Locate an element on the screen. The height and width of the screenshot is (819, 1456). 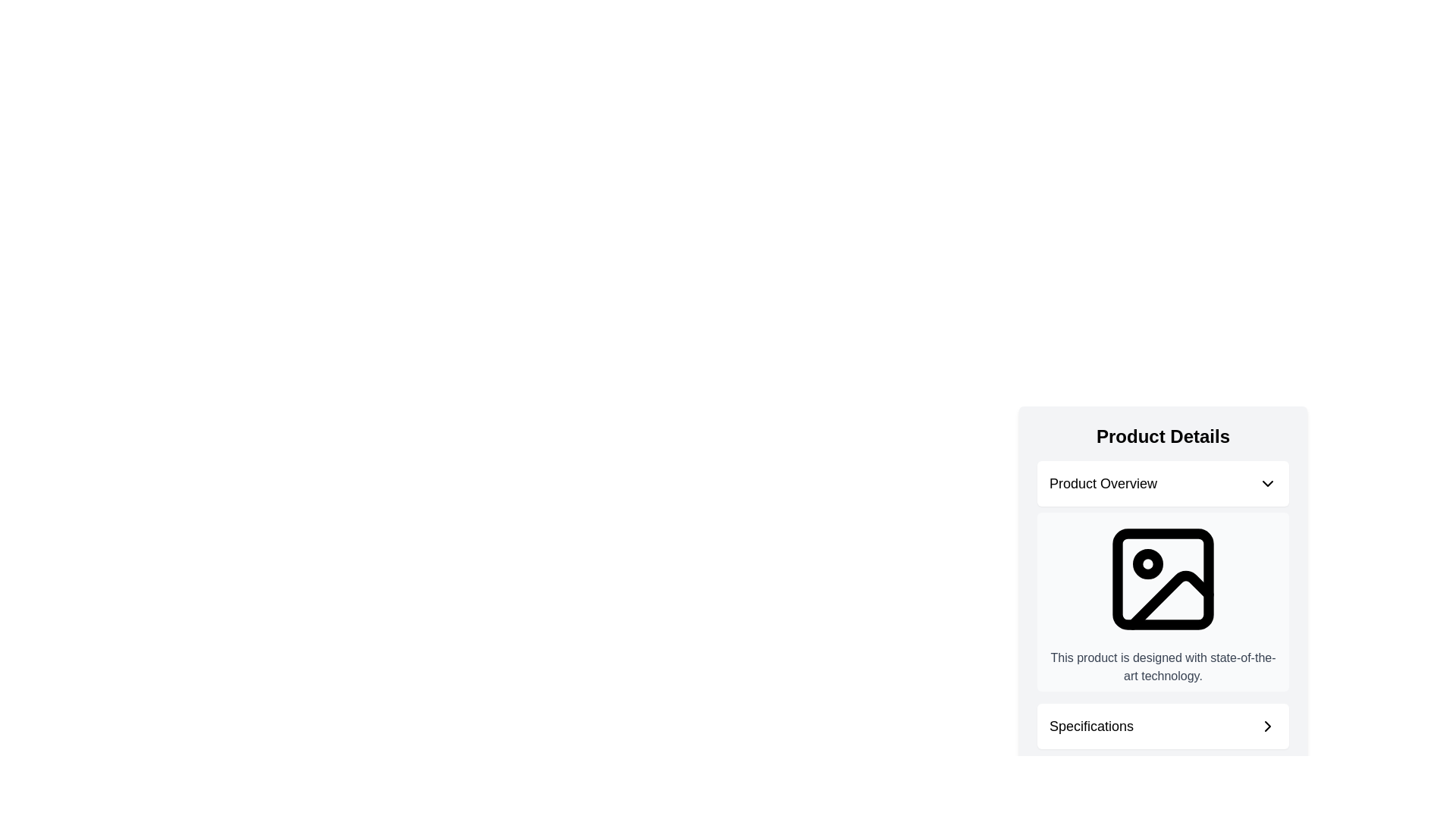
the descriptive and visual content of the 'Product Overview' section, which includes the title, icon, and text is located at coordinates (1163, 576).